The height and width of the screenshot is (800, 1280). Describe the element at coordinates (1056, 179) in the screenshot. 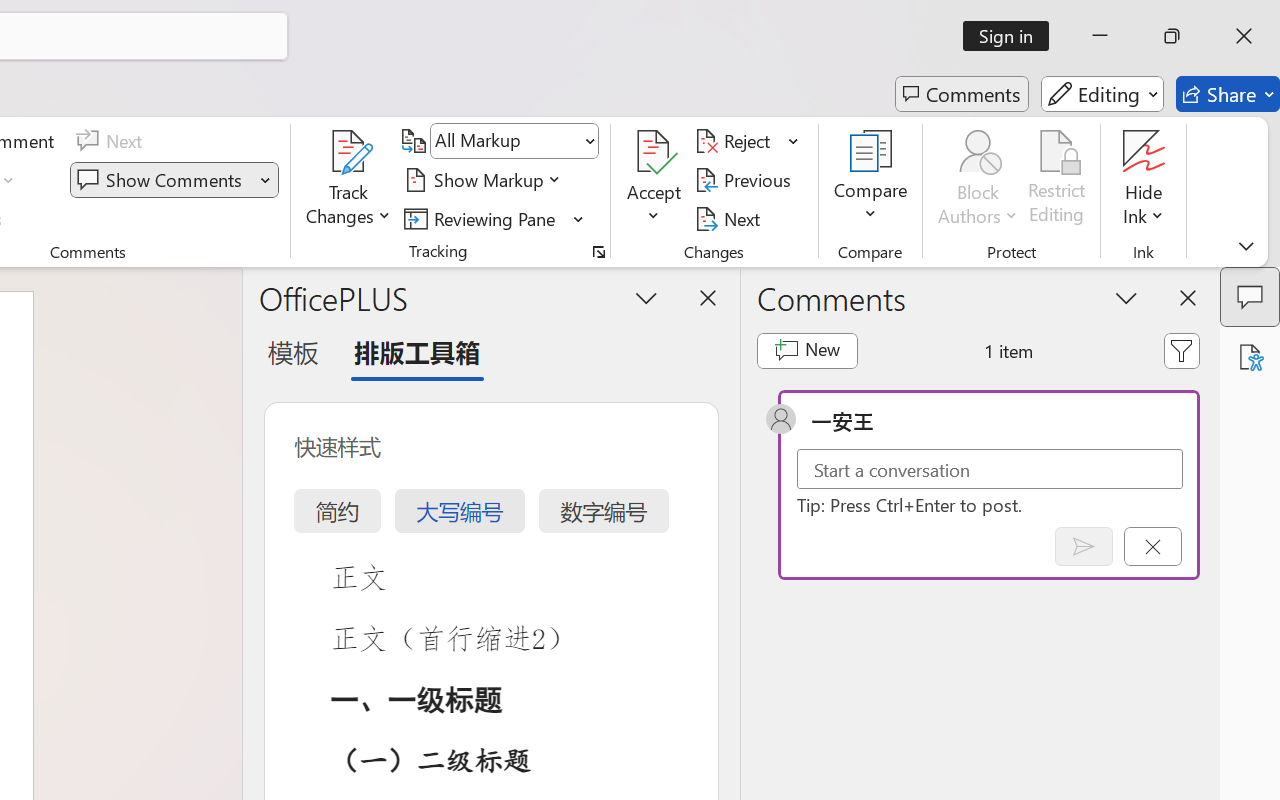

I see `'Restrict Editing'` at that location.